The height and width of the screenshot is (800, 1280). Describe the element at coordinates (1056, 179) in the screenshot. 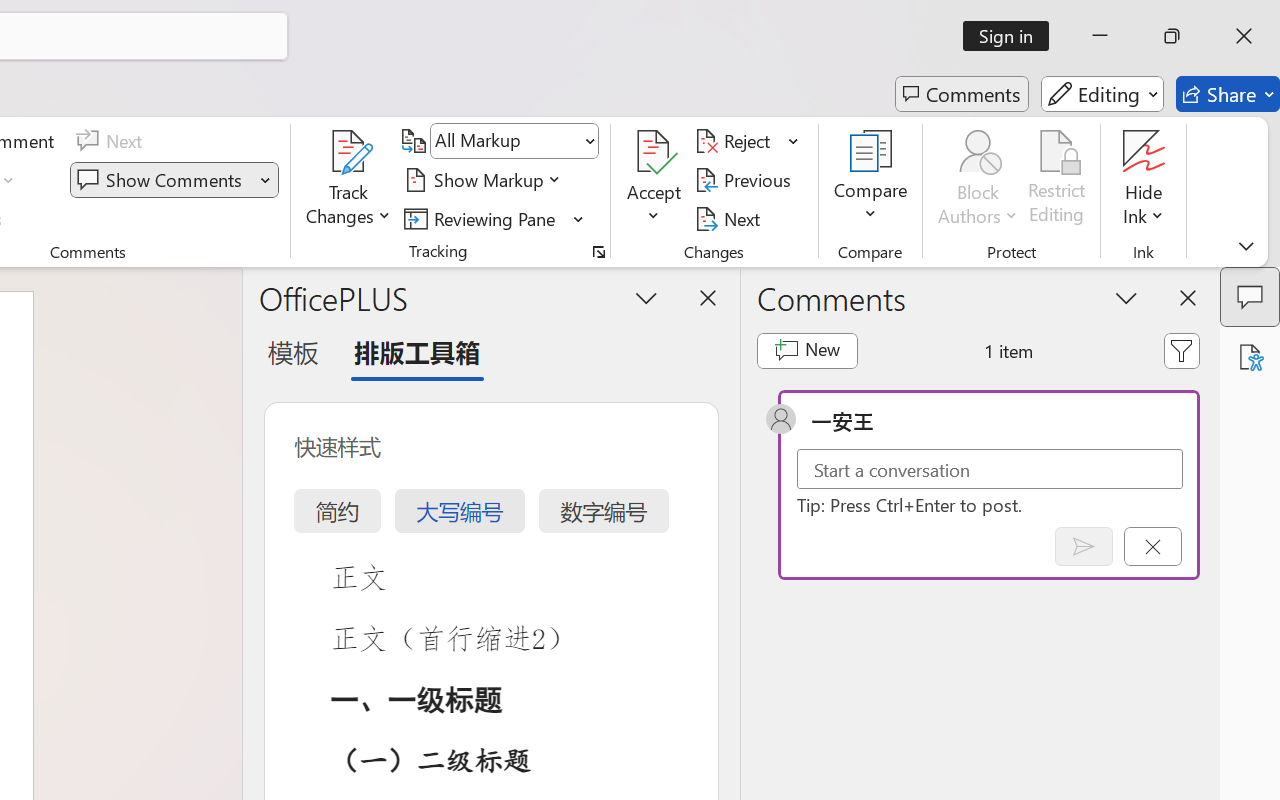

I see `'Restrict Editing'` at that location.